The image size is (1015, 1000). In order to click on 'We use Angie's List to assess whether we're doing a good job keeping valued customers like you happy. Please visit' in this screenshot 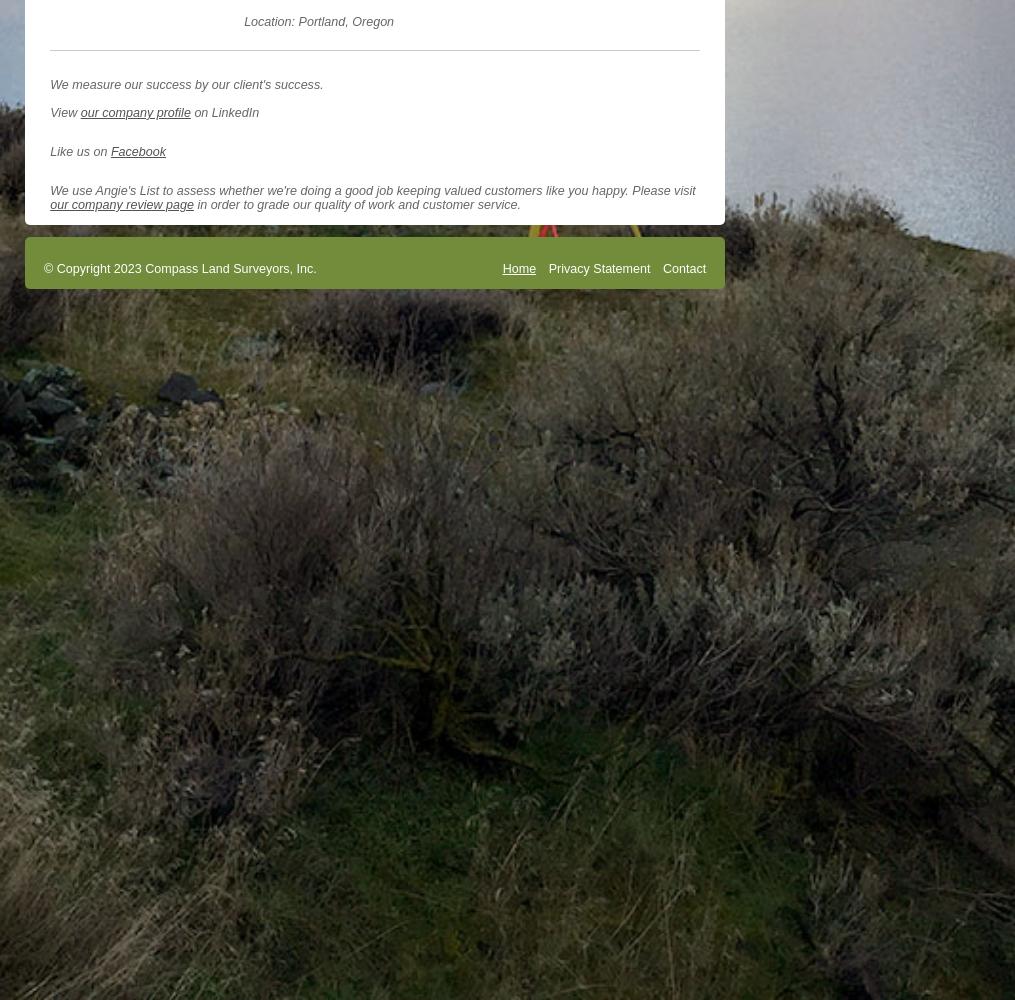, I will do `click(372, 190)`.